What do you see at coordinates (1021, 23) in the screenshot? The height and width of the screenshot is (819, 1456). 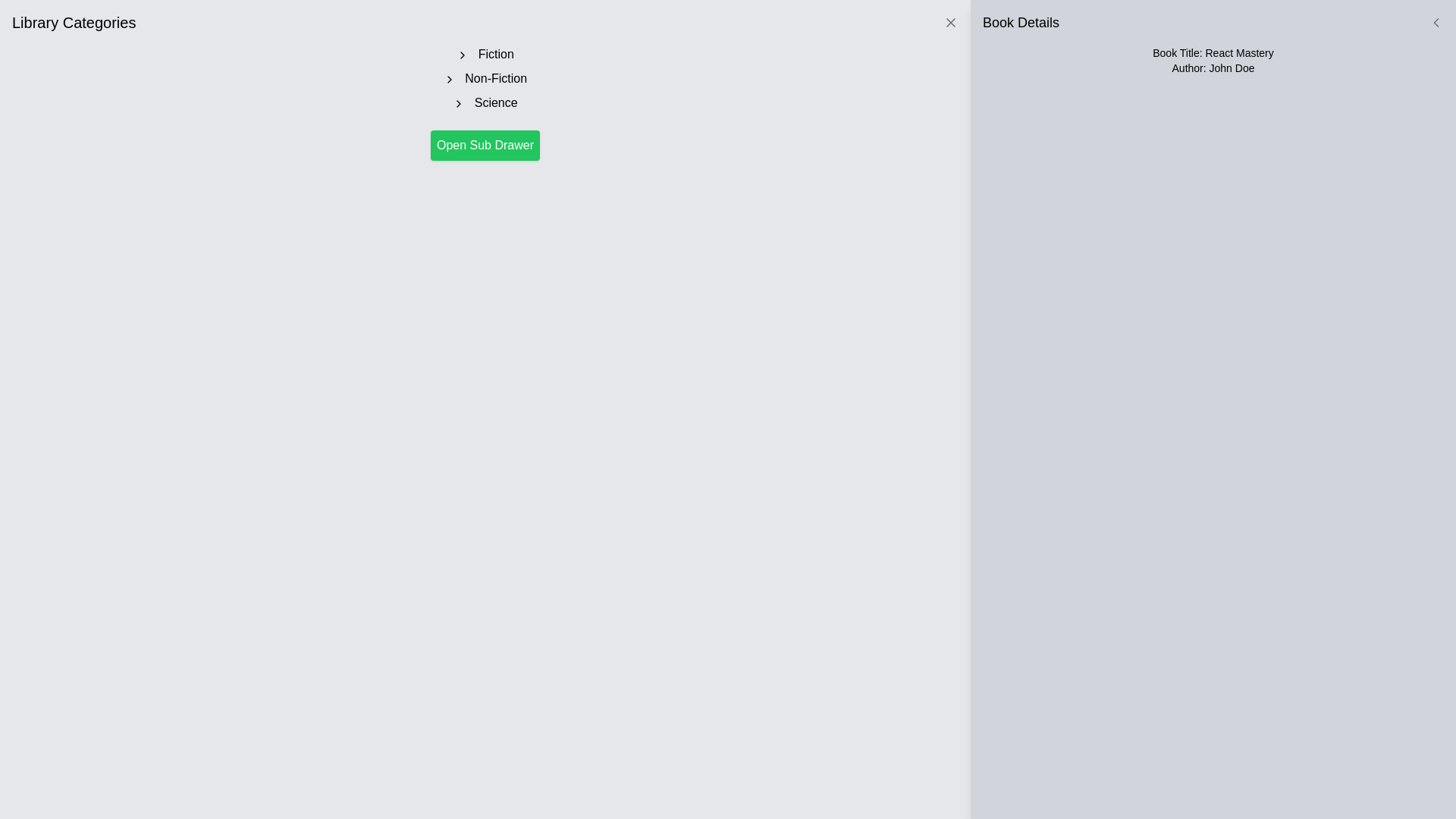 I see `the 'Book Details' text header, which is styled in bold black font on a light gray background, located in the top-right section of the interface` at bounding box center [1021, 23].